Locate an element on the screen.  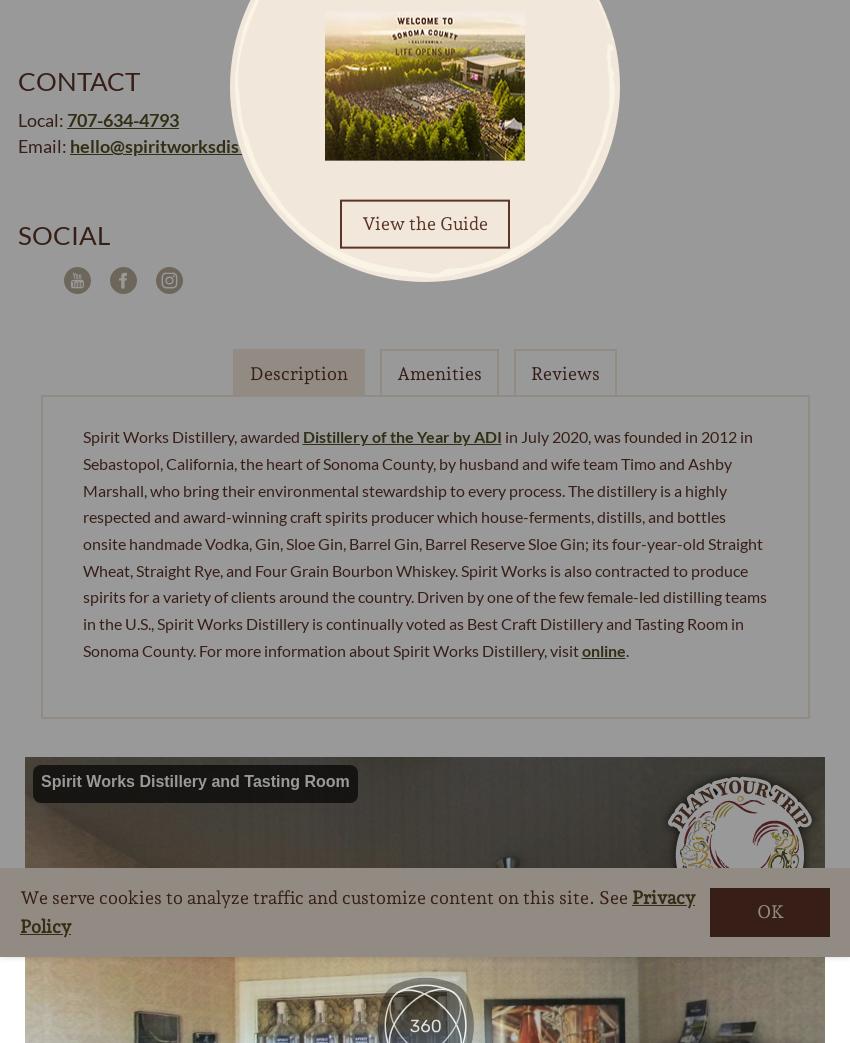
'hello@spiritworksdistillery.com' is located at coordinates (70, 146).